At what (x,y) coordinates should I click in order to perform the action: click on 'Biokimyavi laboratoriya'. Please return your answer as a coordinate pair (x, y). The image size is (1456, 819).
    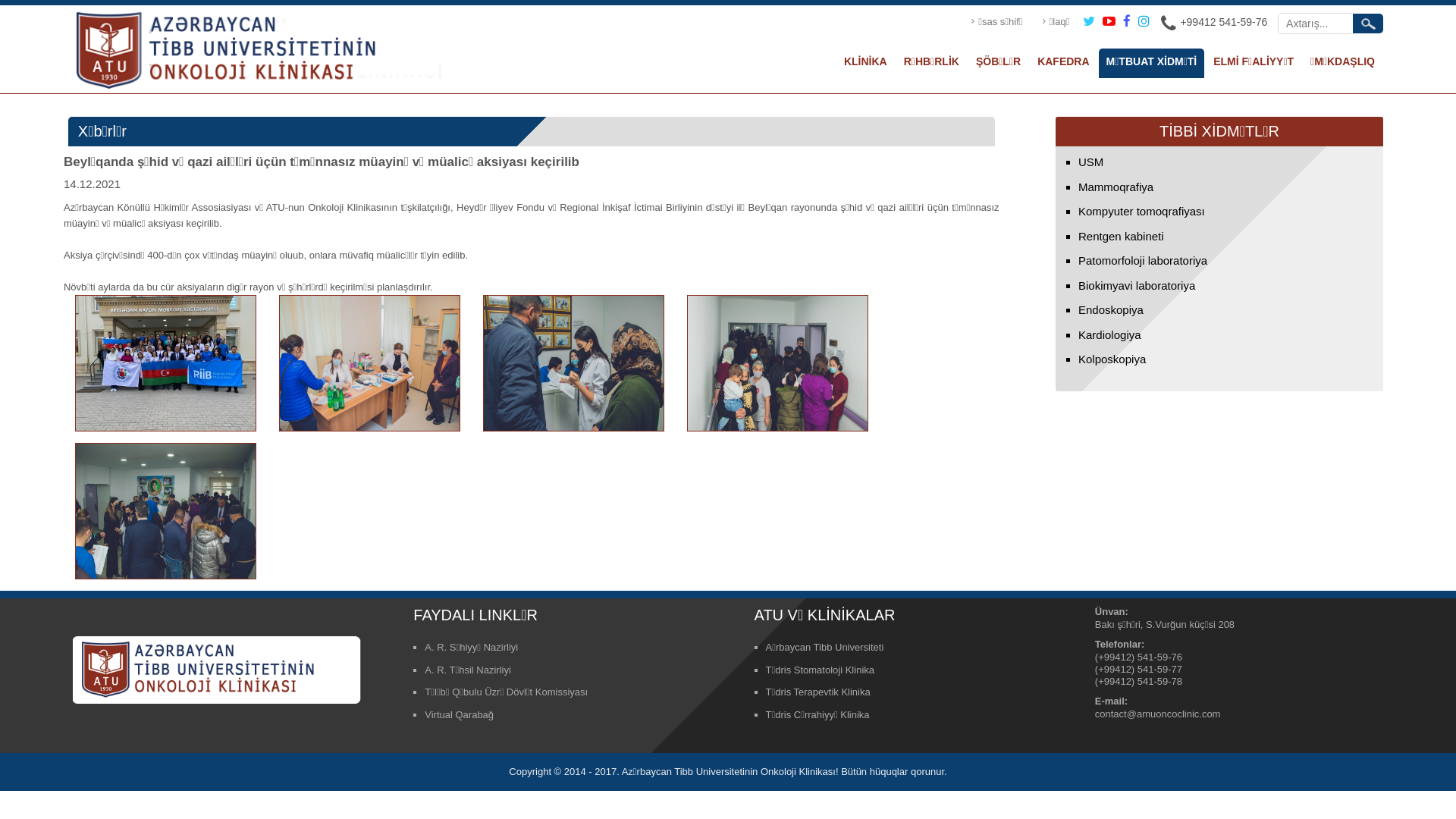
    Looking at the image, I should click on (1136, 285).